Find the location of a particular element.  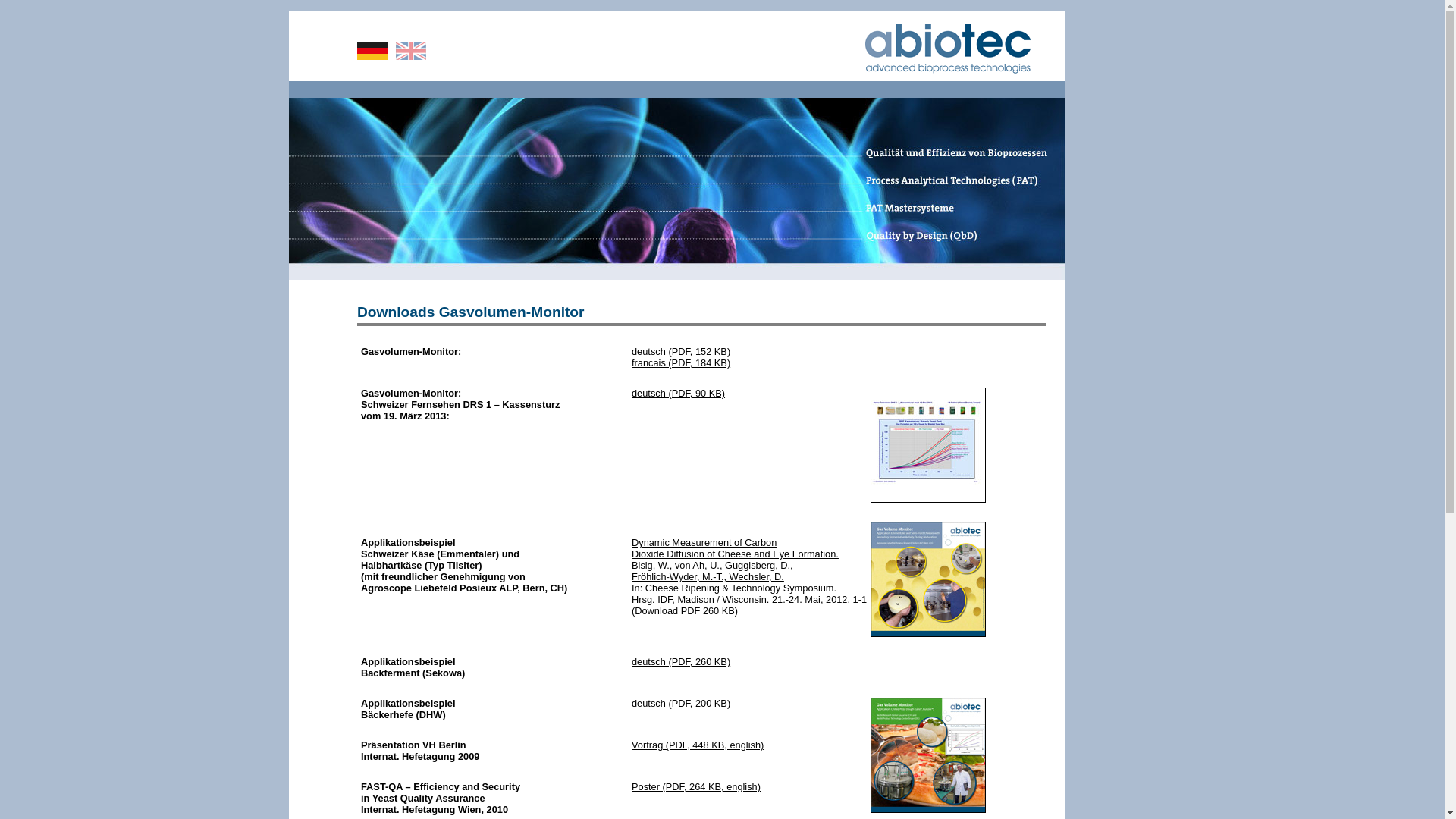

'Poster (PDF, 264 KB, english)' is located at coordinates (695, 786).